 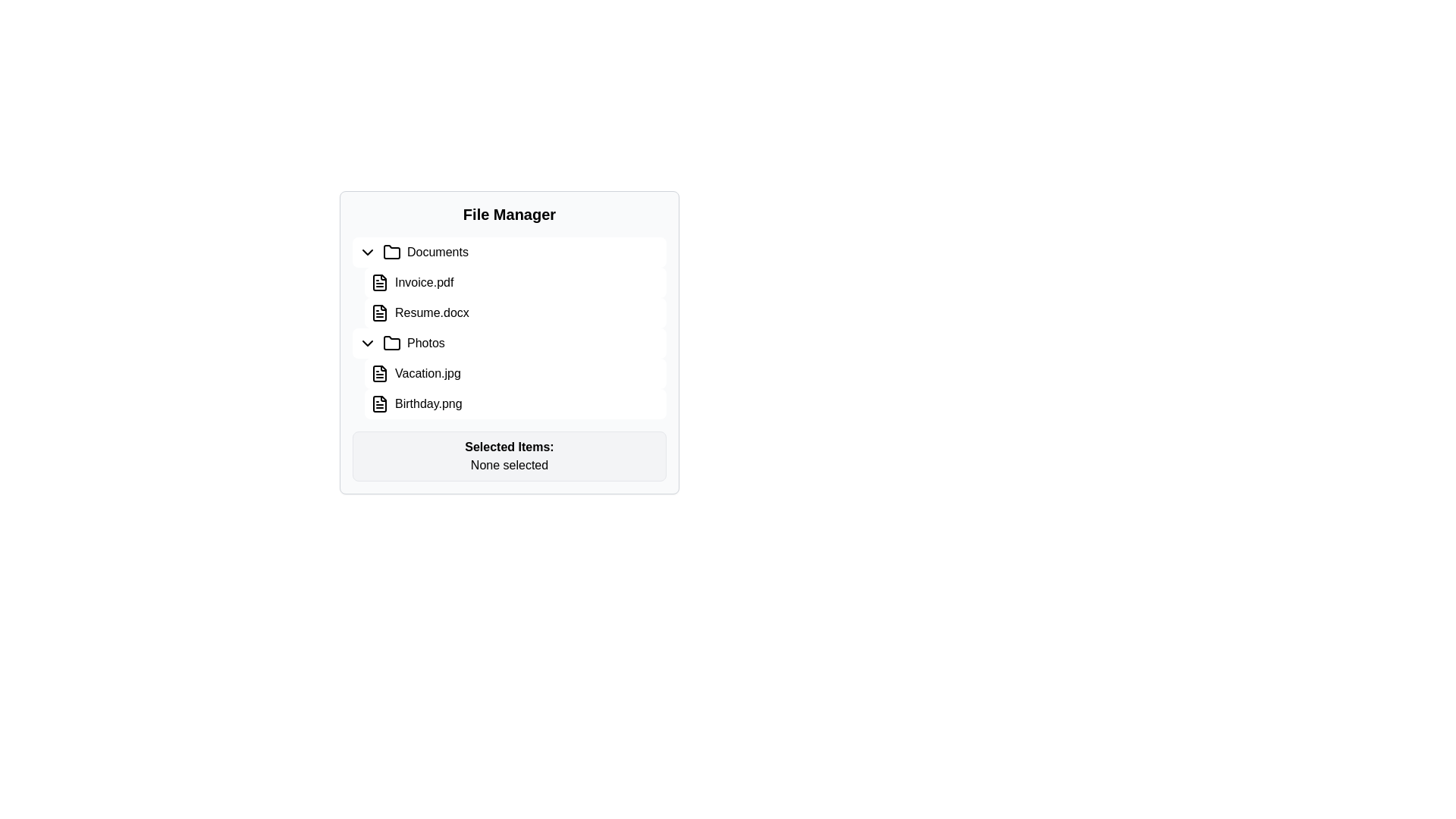 I want to click on the folder icon representing the 'Documents' directory in the file navigation interface, located at the top-left segment of the 'File Manager' UI, so click(x=392, y=251).